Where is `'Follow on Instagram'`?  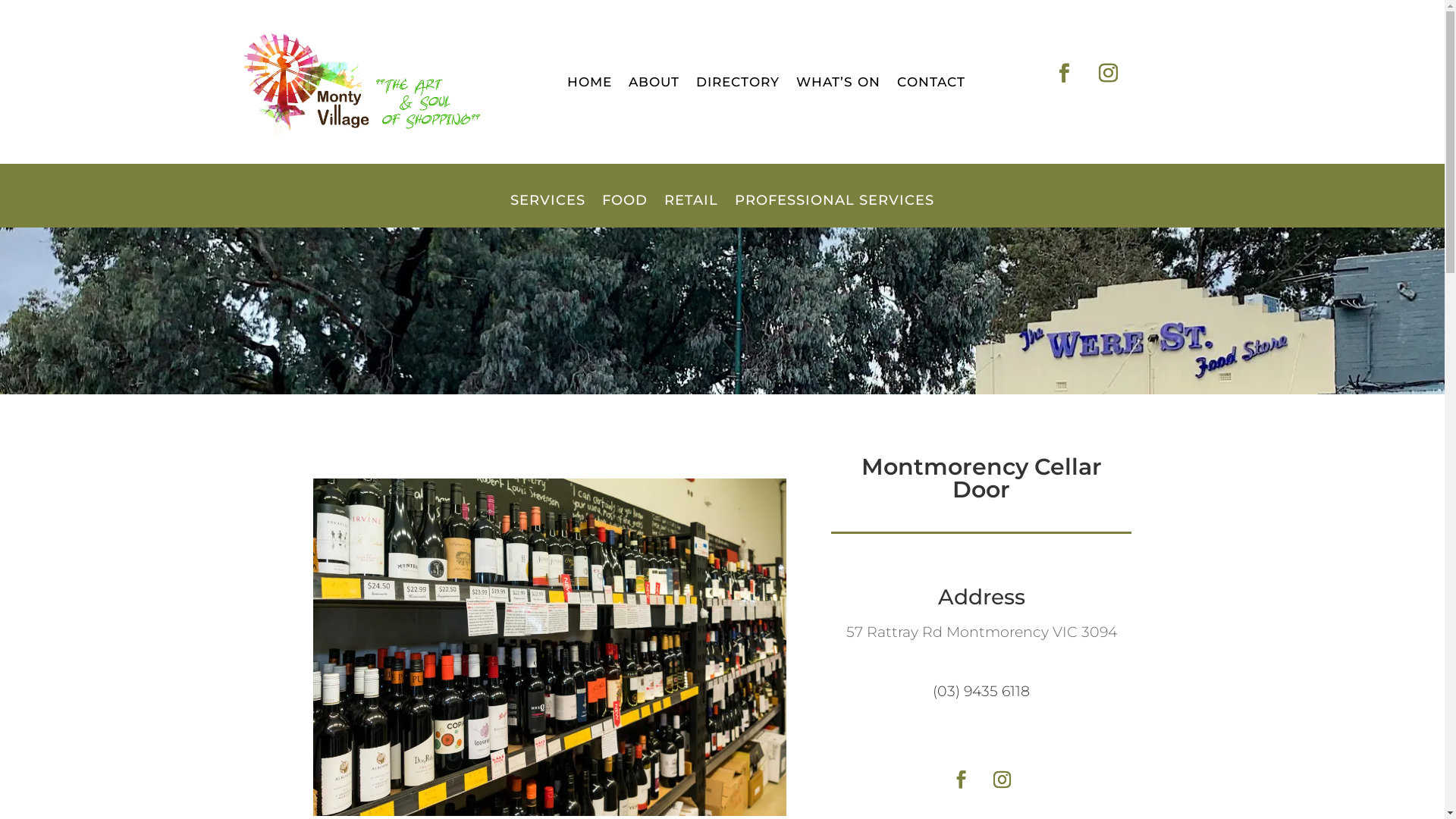 'Follow on Instagram' is located at coordinates (1001, 780).